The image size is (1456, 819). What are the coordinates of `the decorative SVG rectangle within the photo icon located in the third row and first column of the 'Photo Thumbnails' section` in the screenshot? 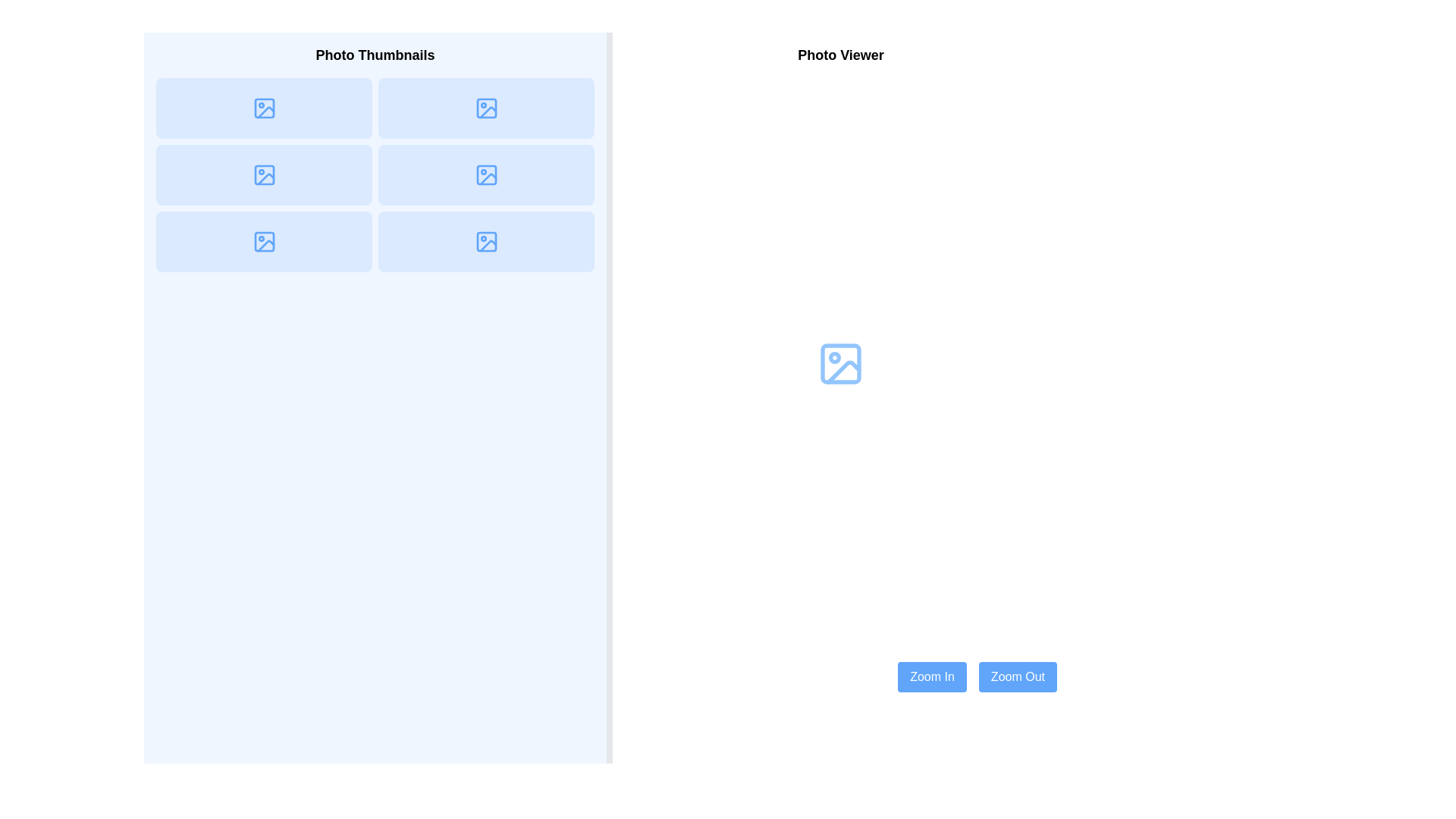 It's located at (264, 241).